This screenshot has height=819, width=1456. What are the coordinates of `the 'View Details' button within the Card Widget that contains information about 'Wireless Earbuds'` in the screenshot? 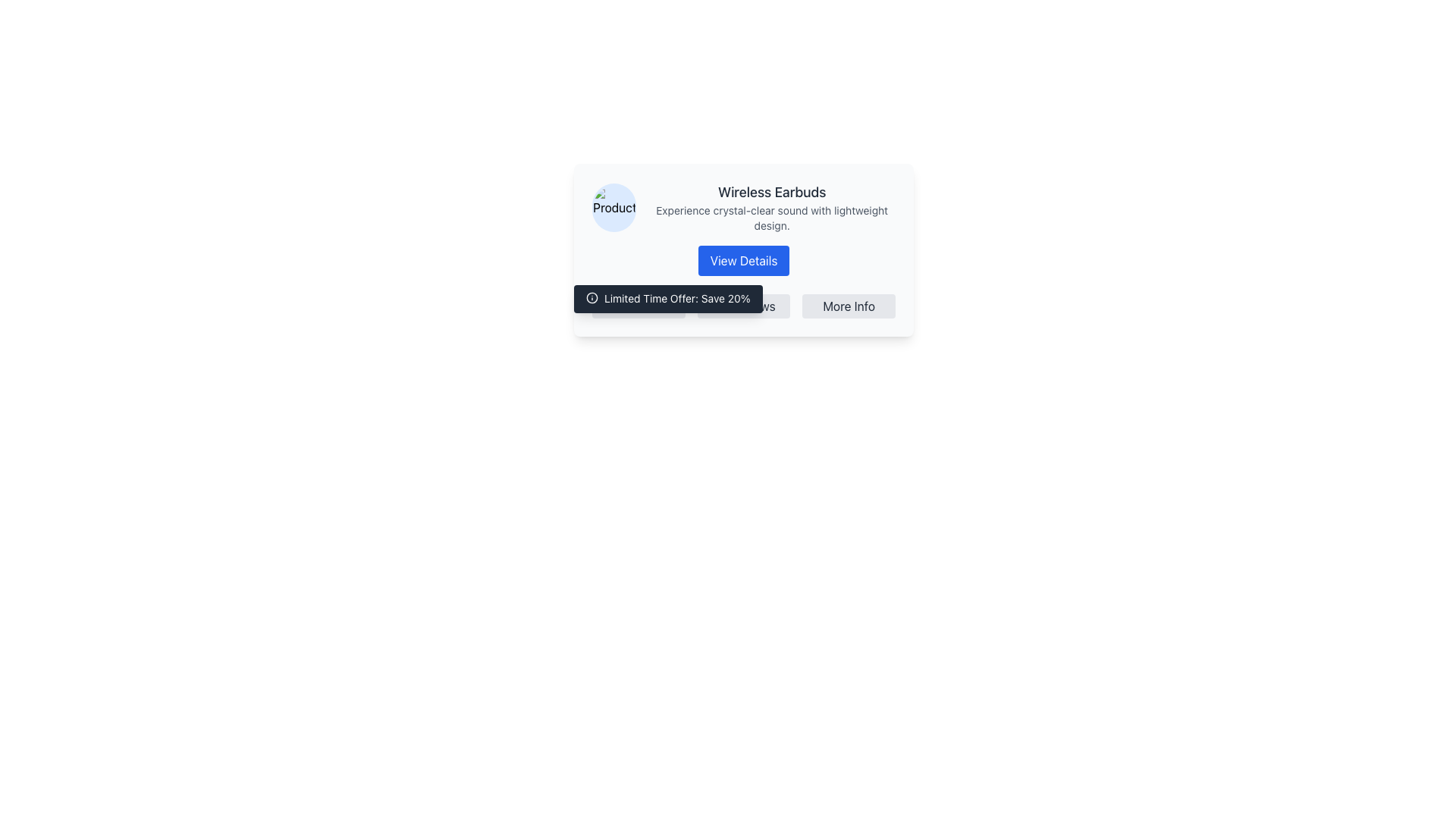 It's located at (743, 249).